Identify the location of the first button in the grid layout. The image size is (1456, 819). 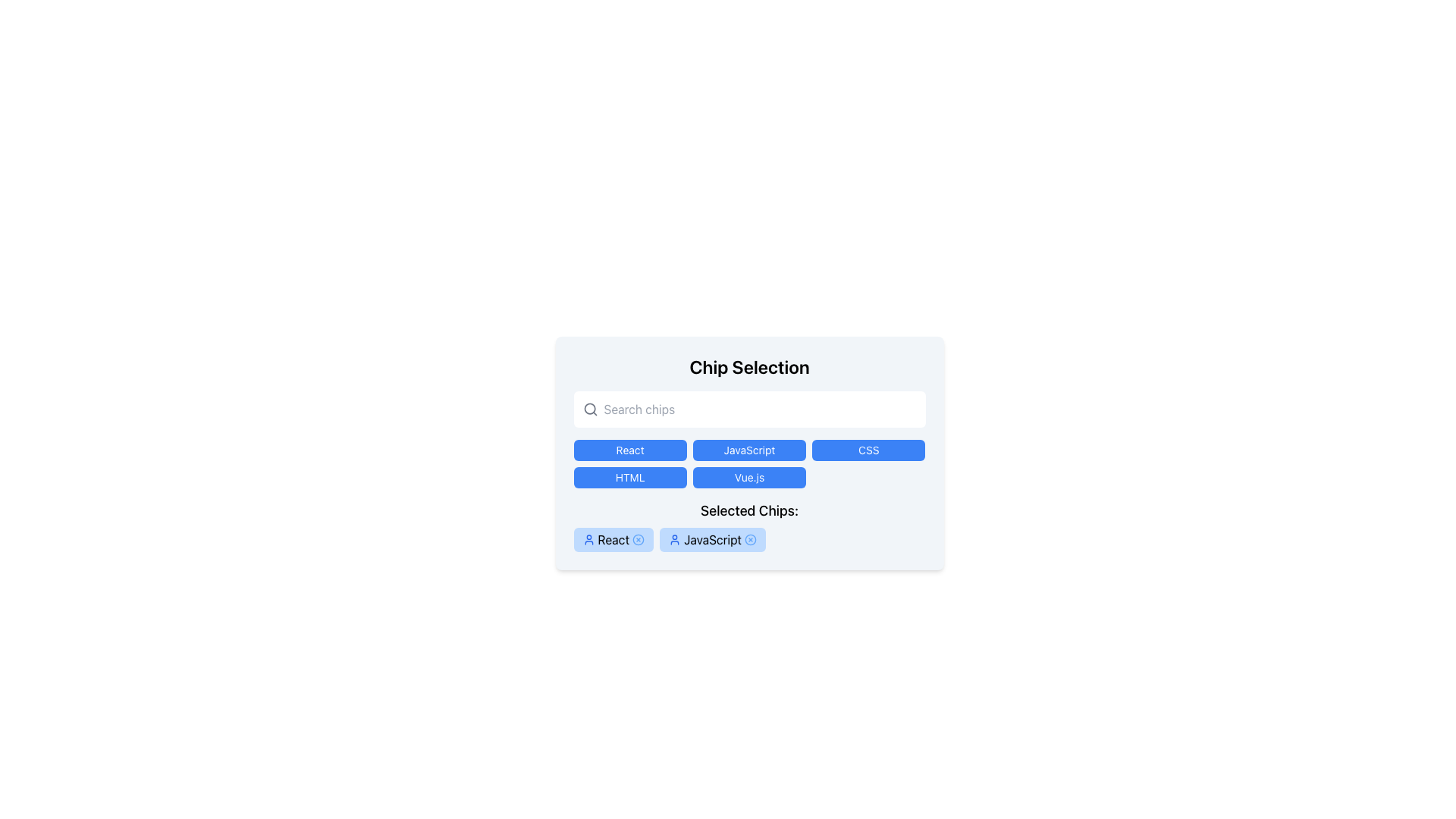
(630, 450).